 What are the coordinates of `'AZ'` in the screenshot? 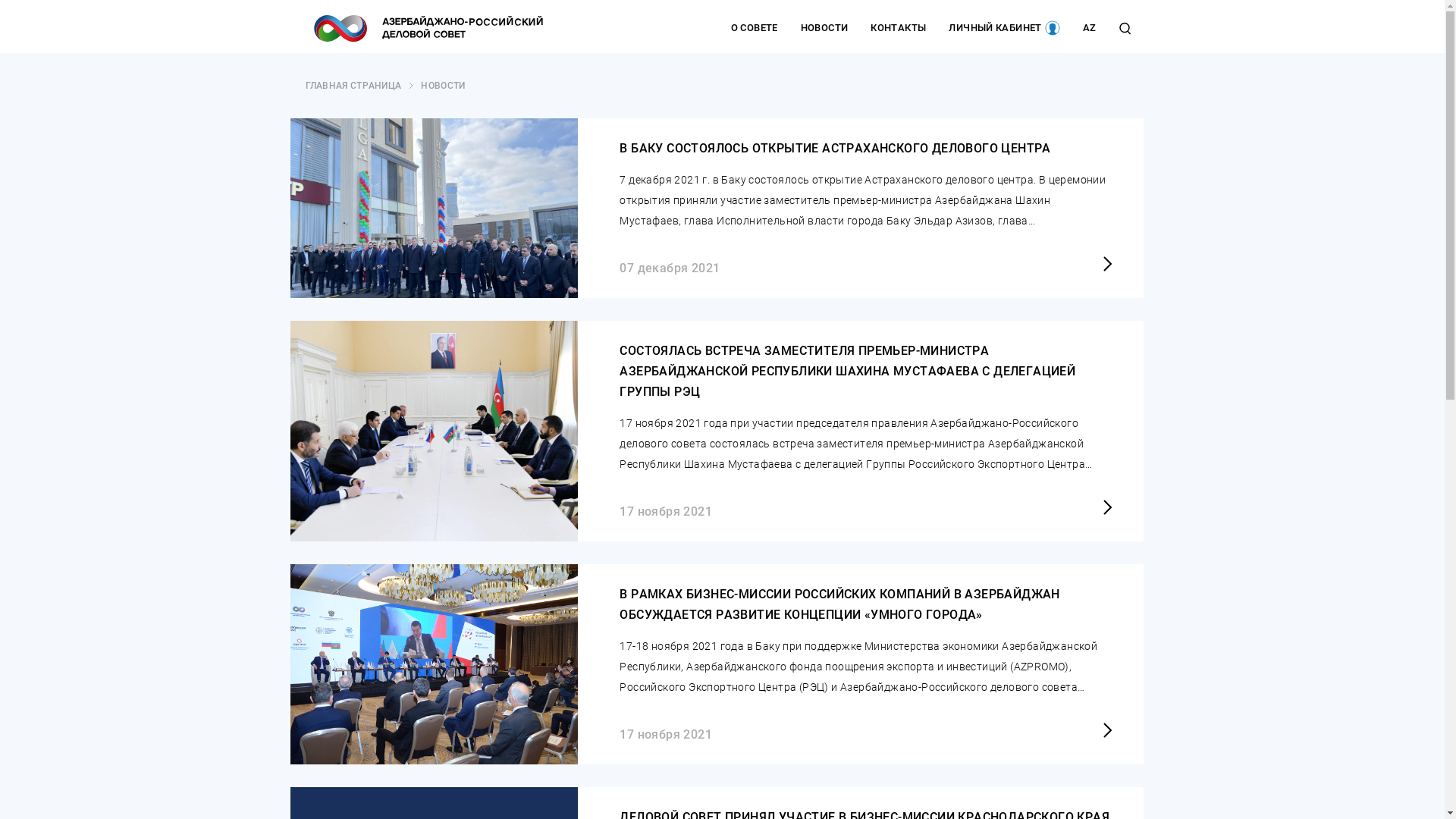 It's located at (1088, 28).